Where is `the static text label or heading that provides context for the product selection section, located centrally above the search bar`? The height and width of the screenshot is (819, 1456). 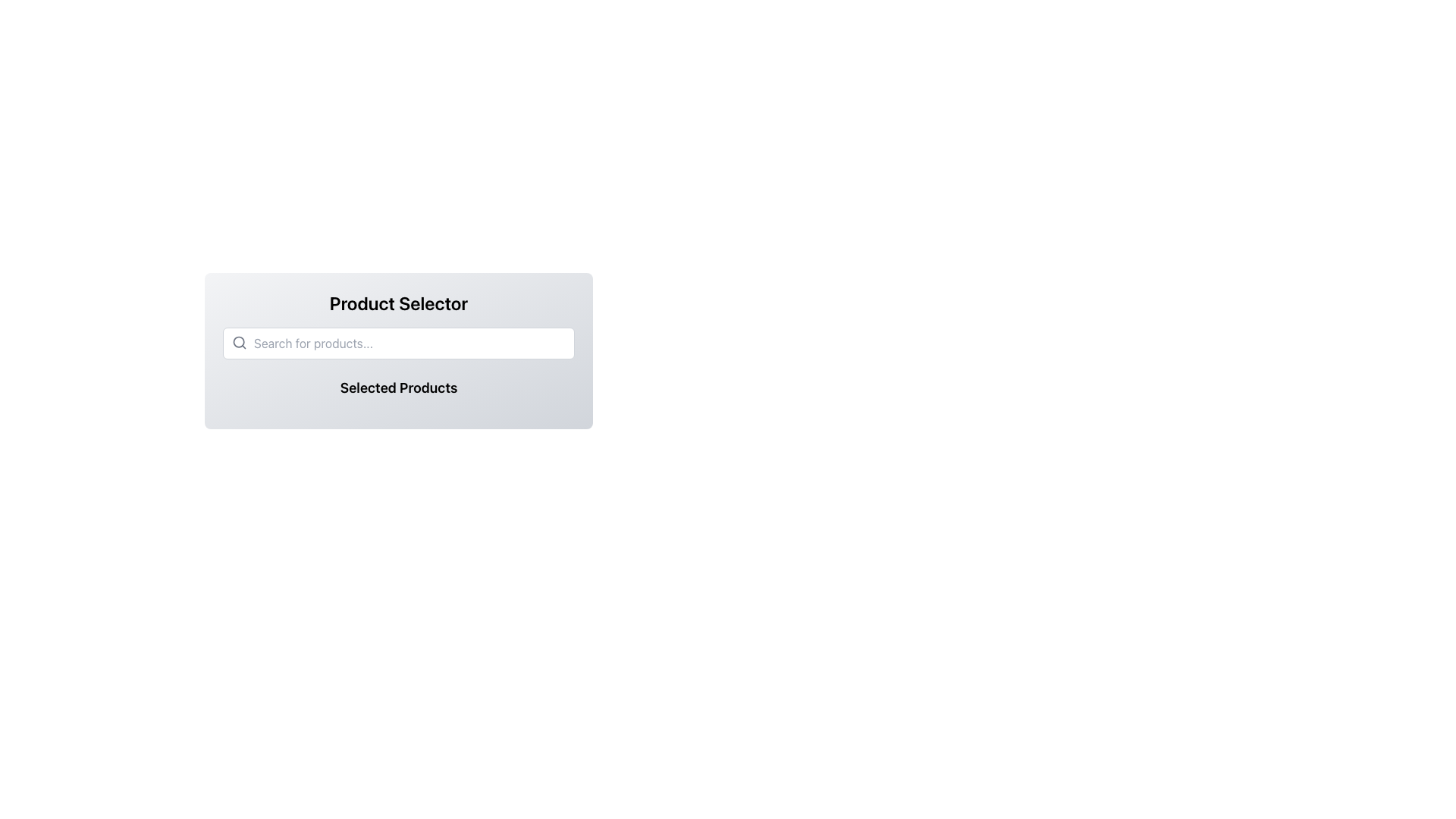 the static text label or heading that provides context for the product selection section, located centrally above the search bar is located at coordinates (399, 303).